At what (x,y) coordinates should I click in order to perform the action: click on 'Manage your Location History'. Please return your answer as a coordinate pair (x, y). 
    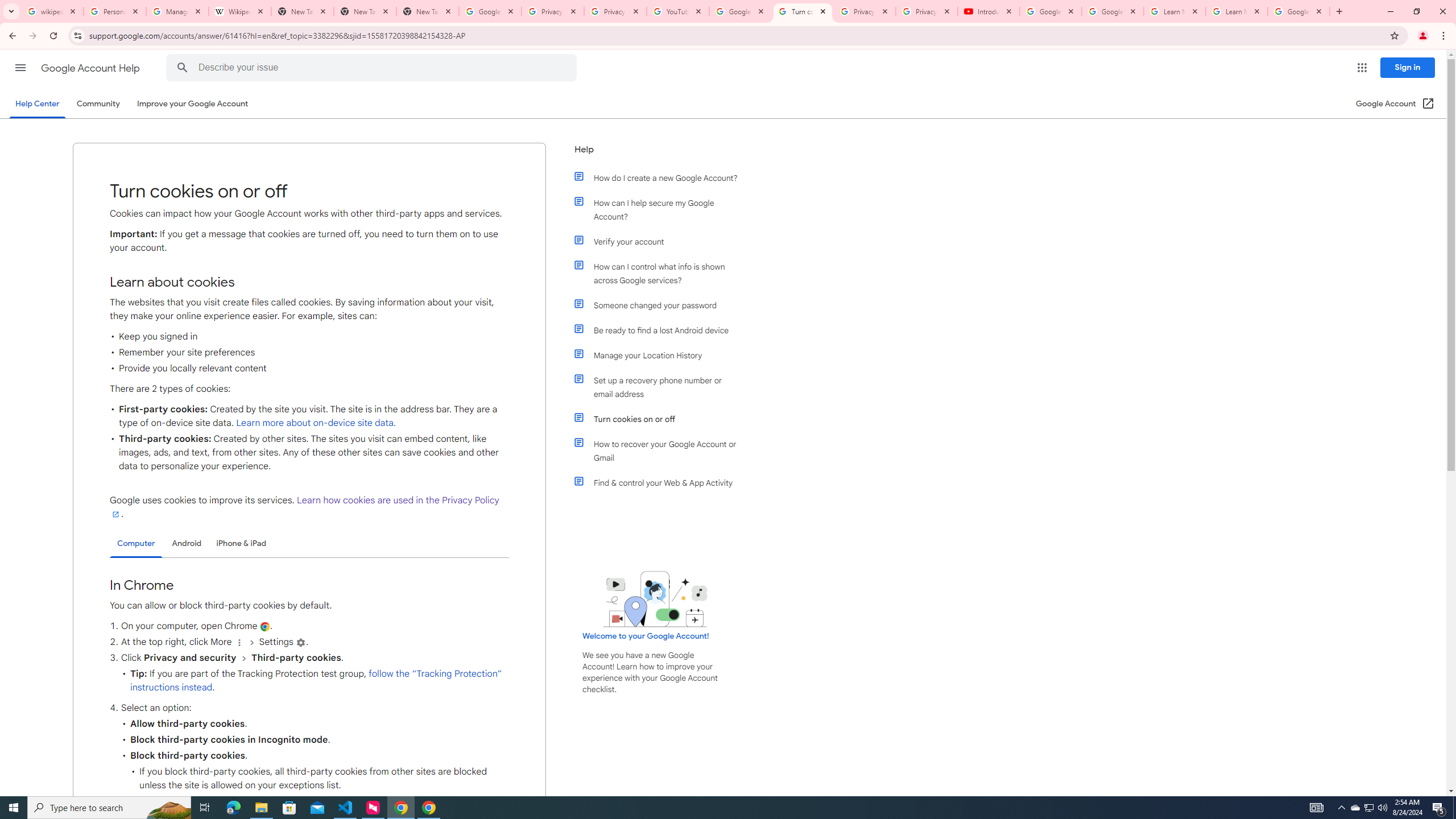
    Looking at the image, I should click on (661, 355).